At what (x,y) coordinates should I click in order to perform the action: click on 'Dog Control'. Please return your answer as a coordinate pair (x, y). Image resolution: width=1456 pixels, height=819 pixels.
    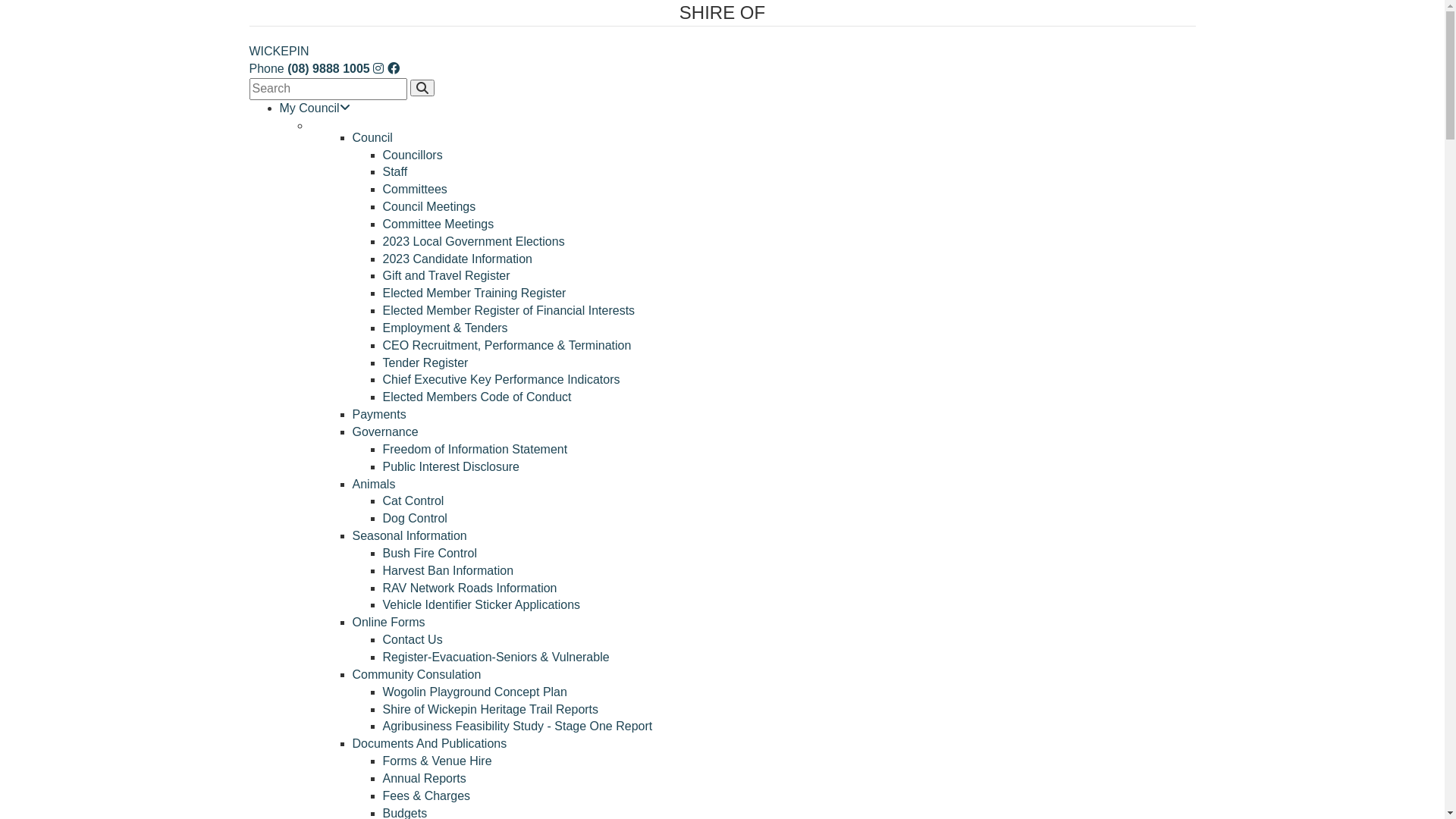
    Looking at the image, I should click on (414, 517).